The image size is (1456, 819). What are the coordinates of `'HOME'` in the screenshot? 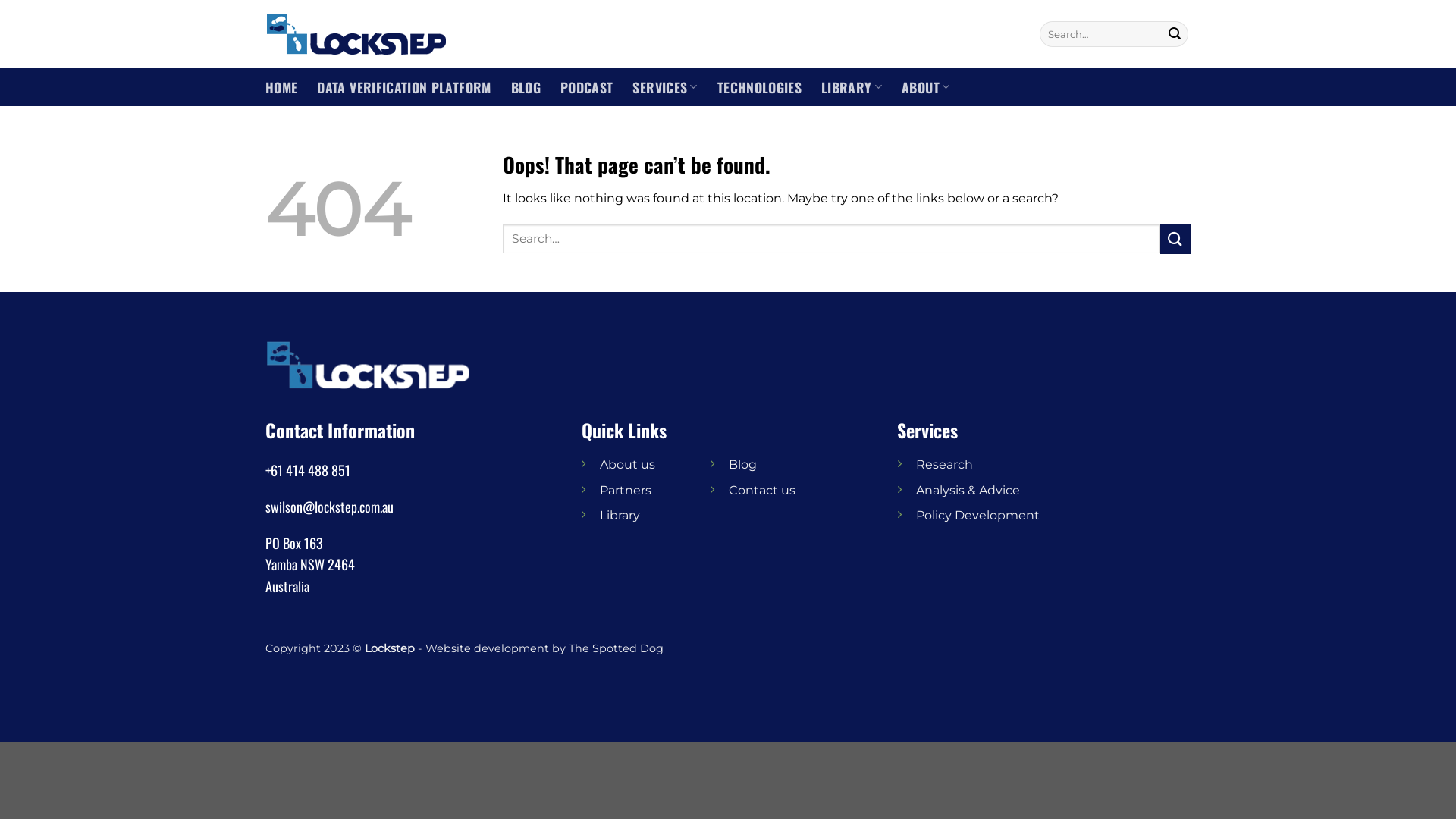 It's located at (281, 87).